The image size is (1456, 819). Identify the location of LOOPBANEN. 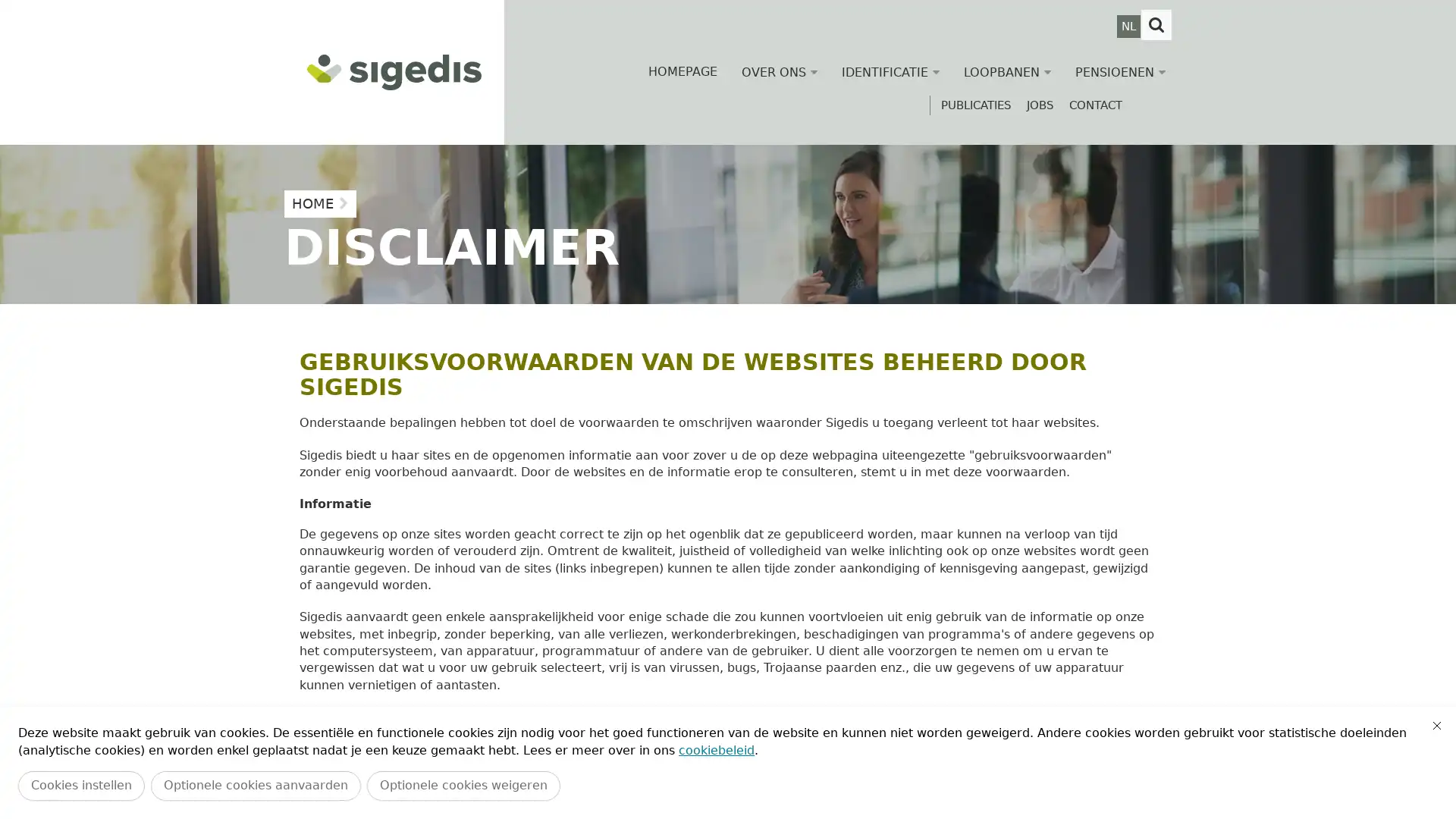
(1007, 72).